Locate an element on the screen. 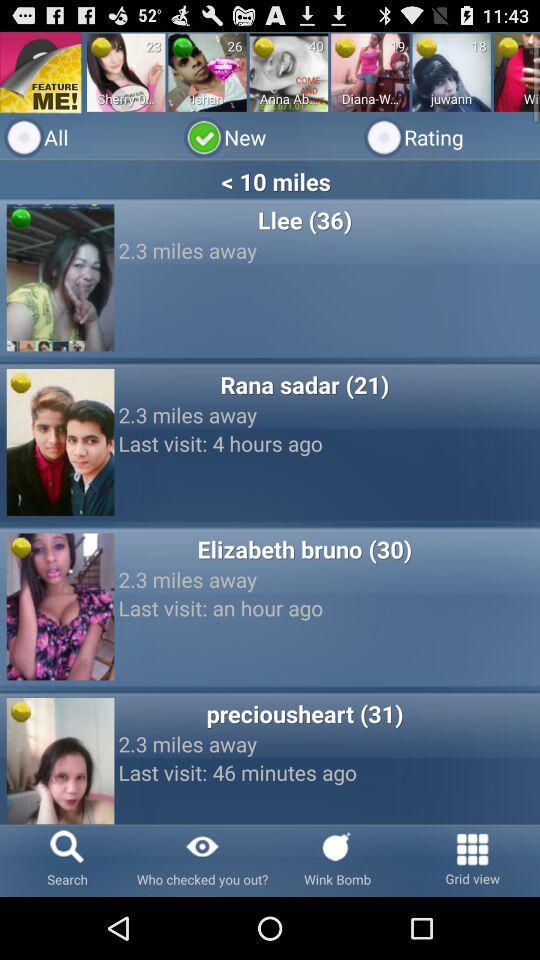  icon above the ishan item is located at coordinates (182, 46).